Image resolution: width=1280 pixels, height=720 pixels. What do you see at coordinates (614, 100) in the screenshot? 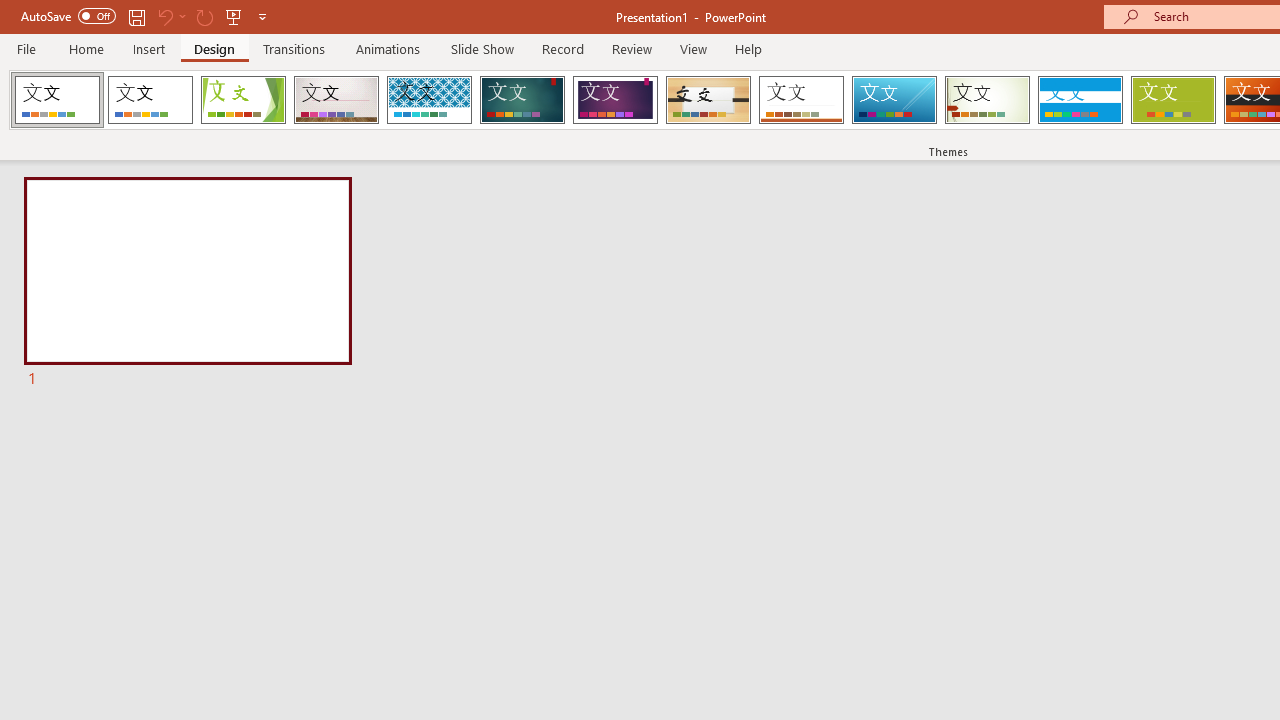
I see `'Ion Boardroom Loading Preview...'` at bounding box center [614, 100].